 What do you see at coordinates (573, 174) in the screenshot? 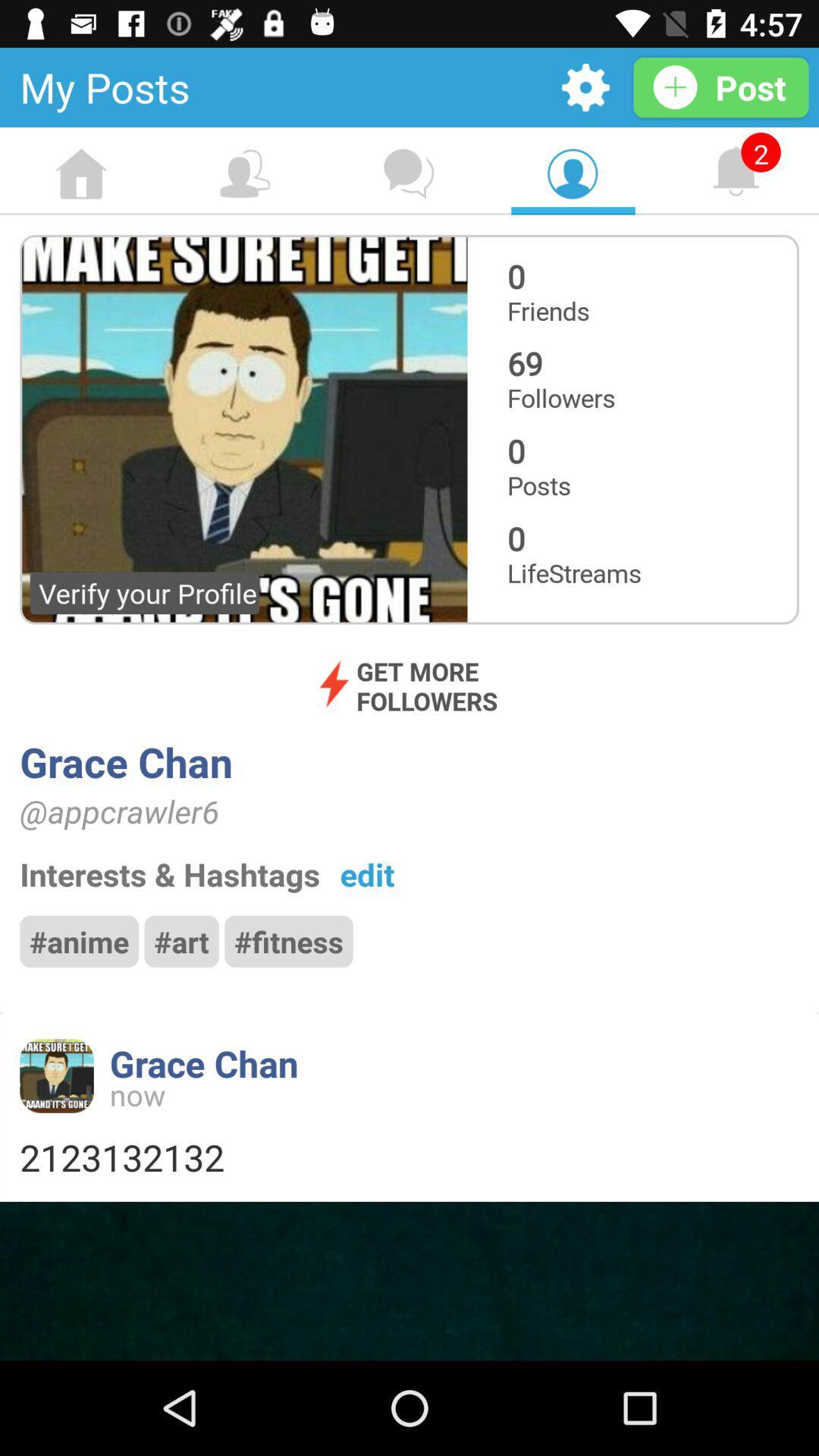
I see `the symbol which is to the immediate left of notification icon` at bounding box center [573, 174].